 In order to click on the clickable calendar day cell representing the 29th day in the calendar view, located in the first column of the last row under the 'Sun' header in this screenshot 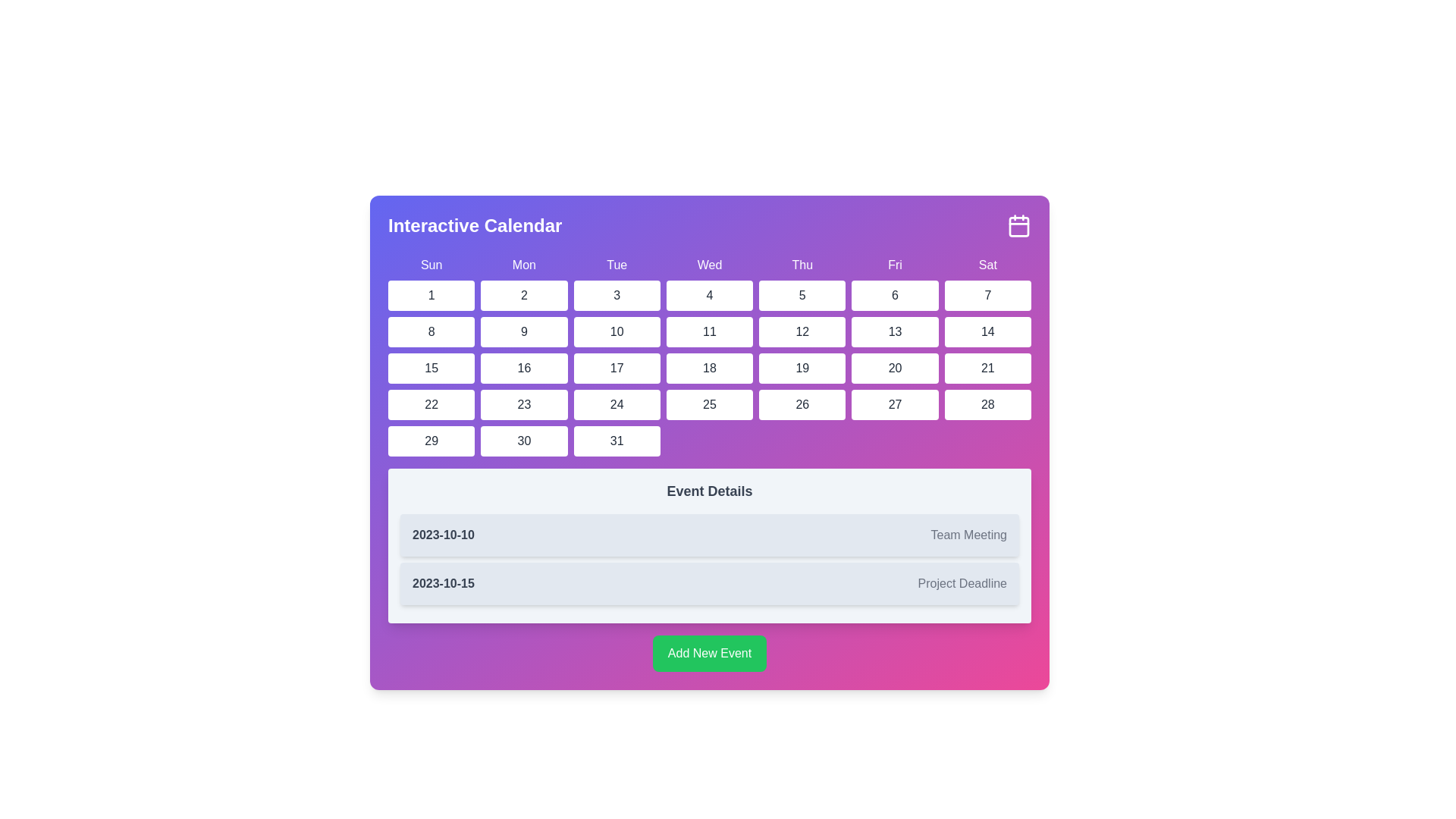, I will do `click(431, 441)`.